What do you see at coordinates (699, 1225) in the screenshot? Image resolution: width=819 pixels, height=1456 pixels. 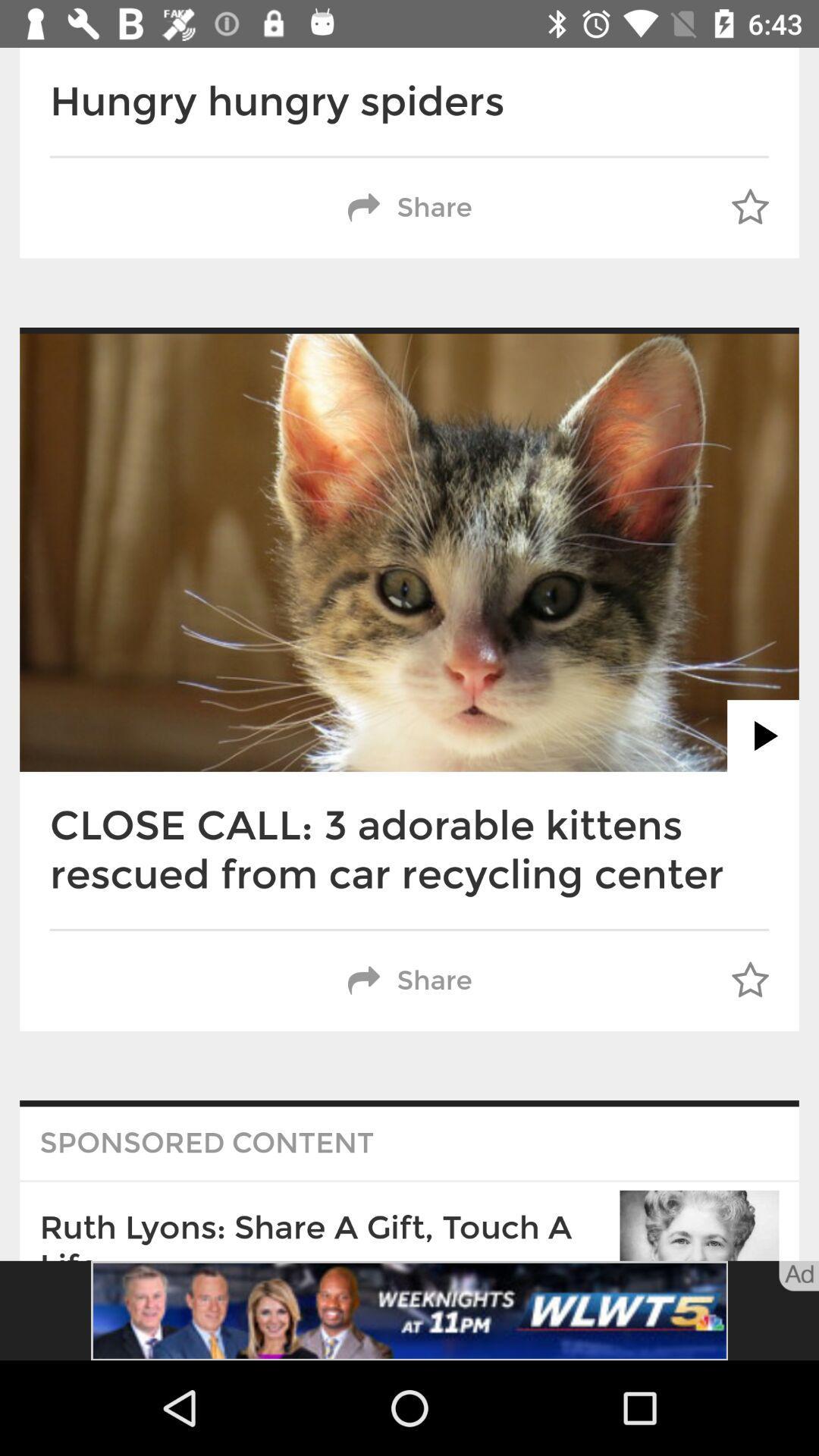 I see `the bottom right corner of the image` at bounding box center [699, 1225].